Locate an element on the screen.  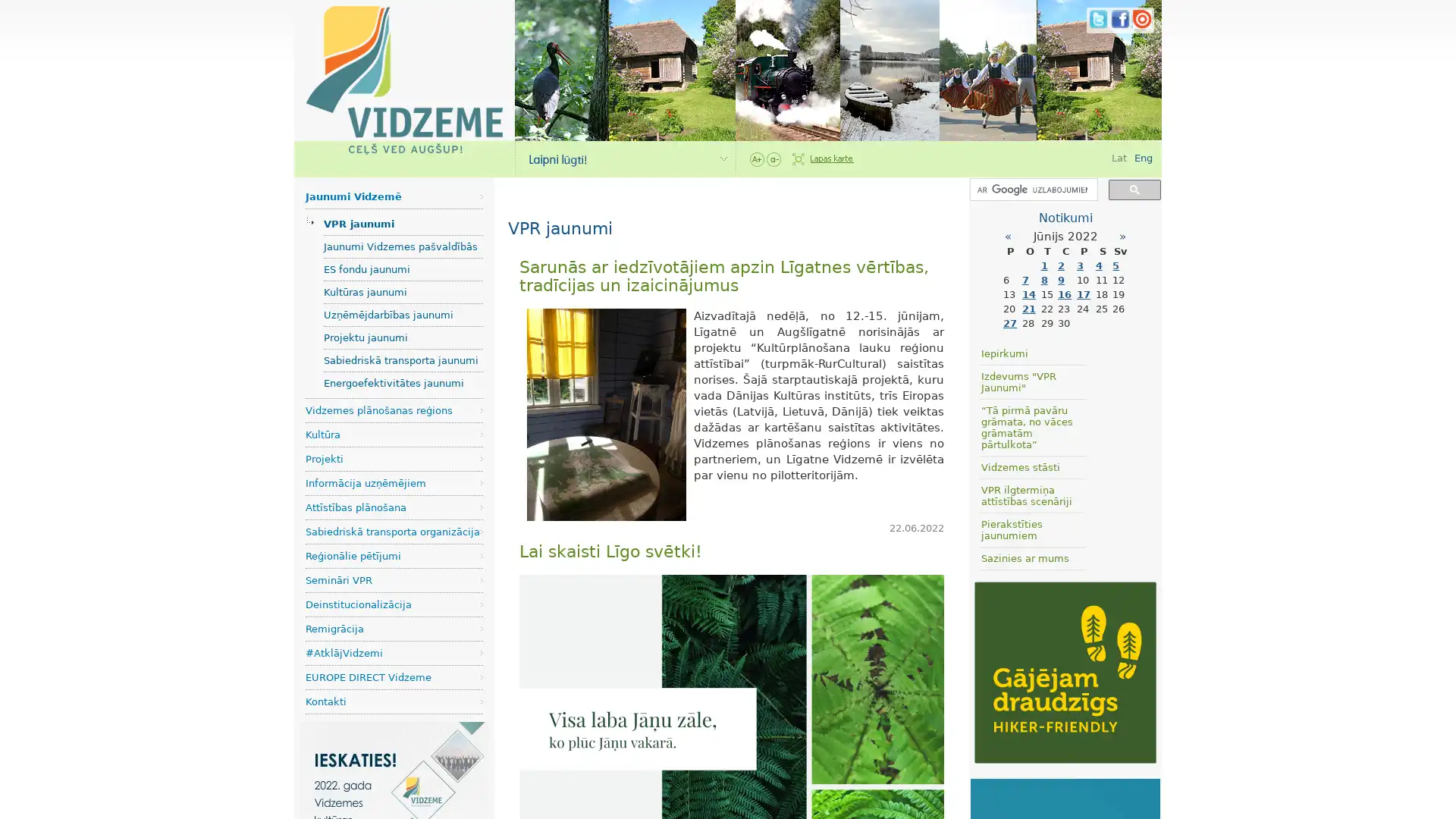
meklet is located at coordinates (1134, 188).